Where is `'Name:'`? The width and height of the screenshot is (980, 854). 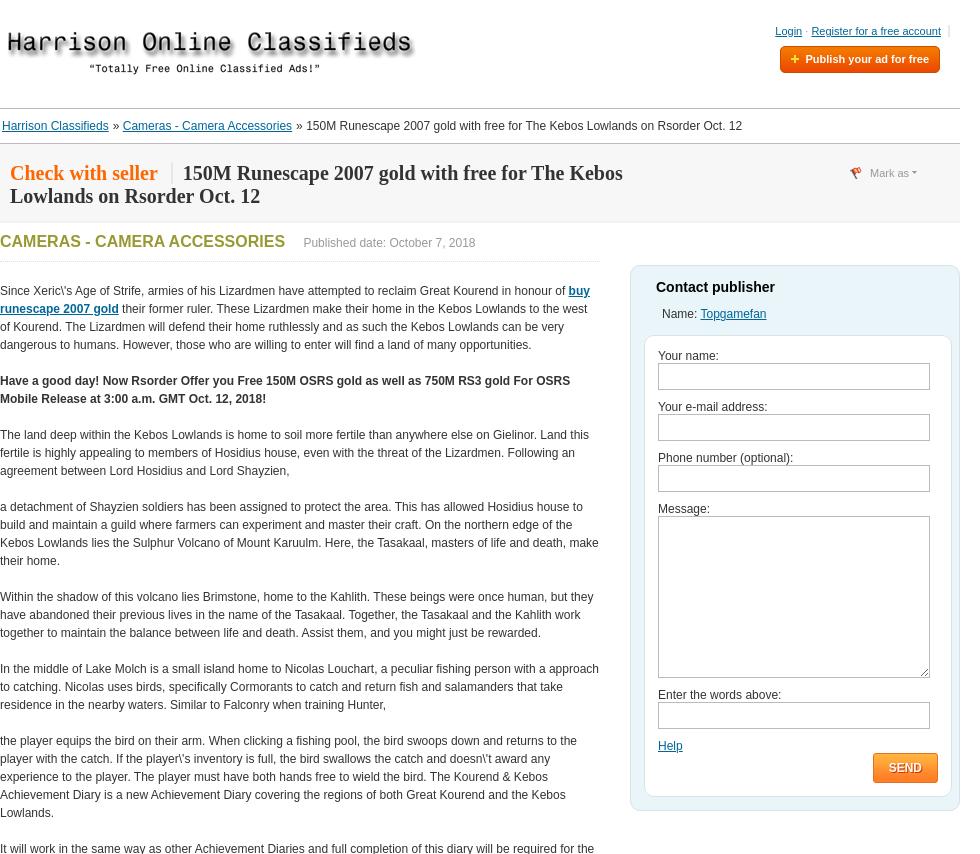 'Name:' is located at coordinates (681, 313).